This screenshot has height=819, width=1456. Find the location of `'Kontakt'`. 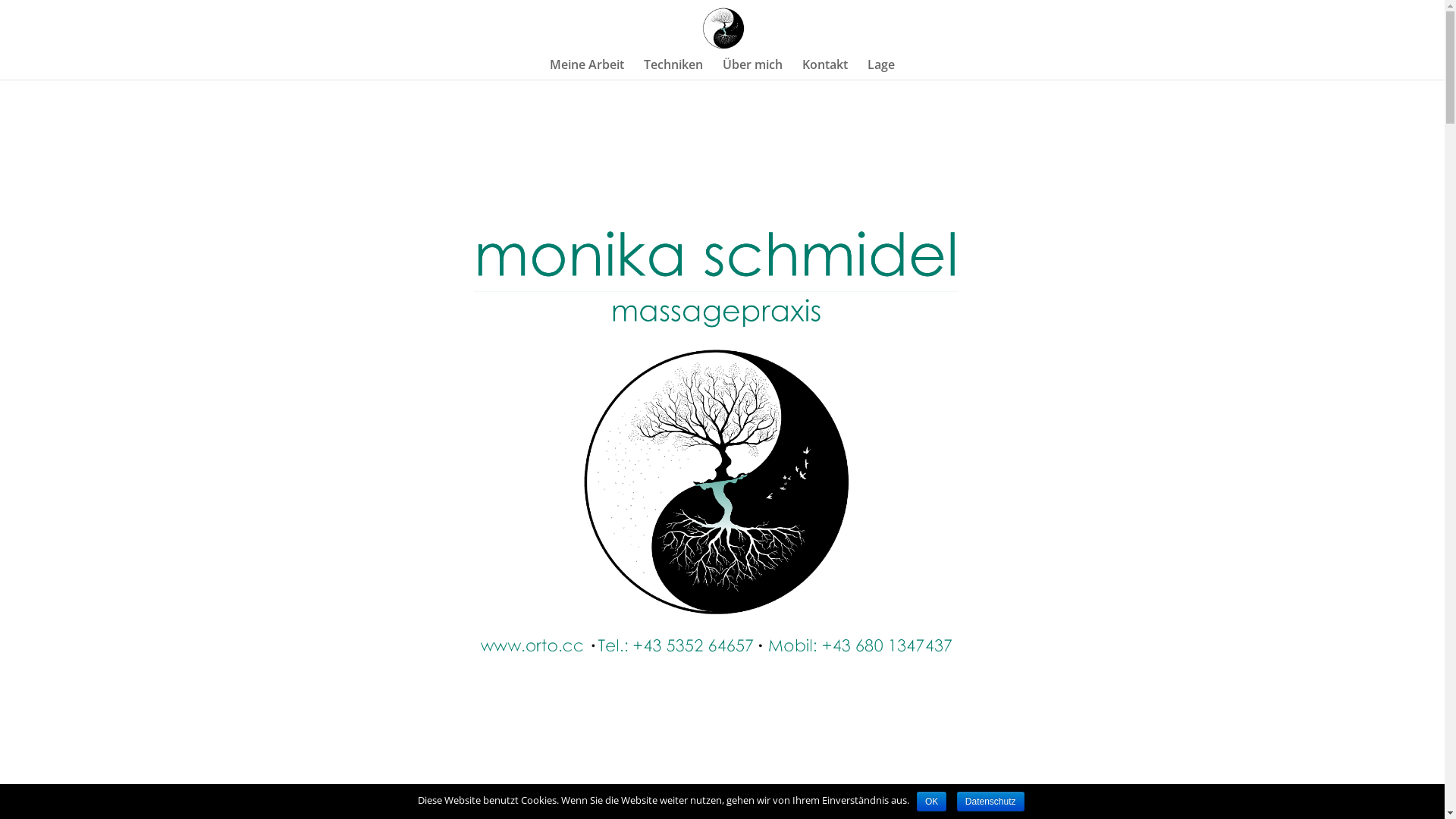

'Kontakt' is located at coordinates (824, 69).